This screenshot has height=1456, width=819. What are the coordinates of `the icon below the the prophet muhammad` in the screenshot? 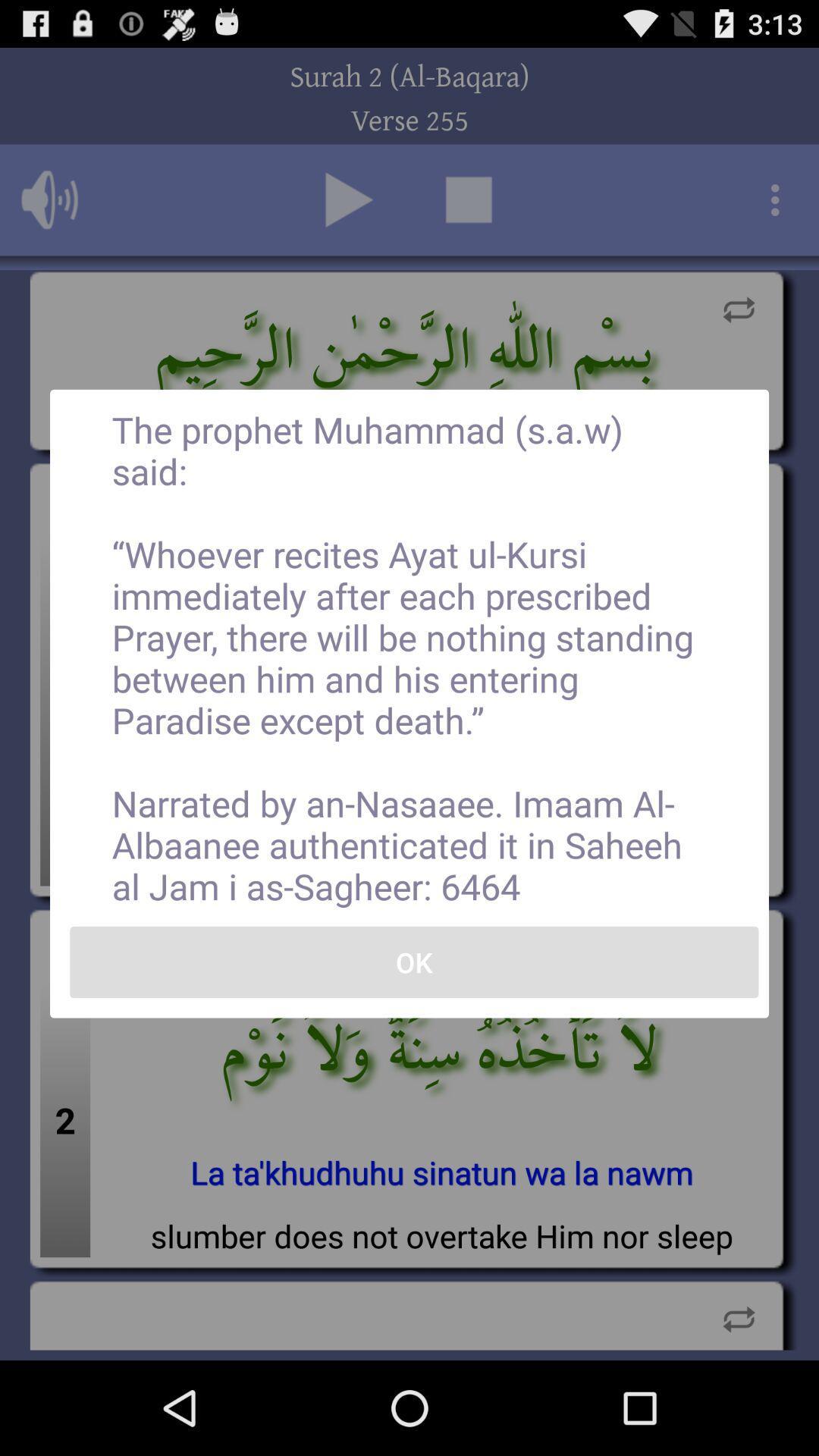 It's located at (414, 961).